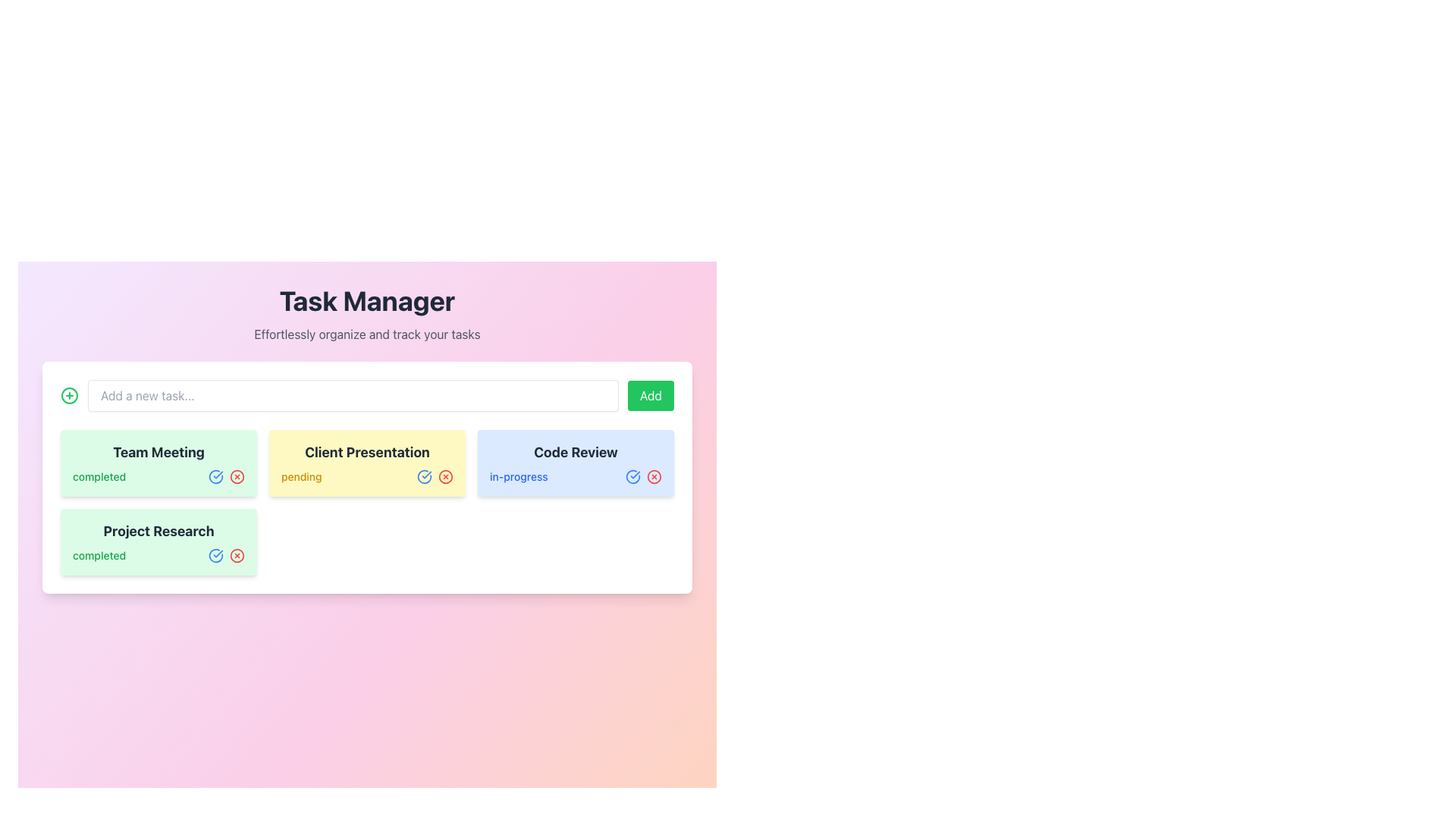 Image resolution: width=1456 pixels, height=819 pixels. Describe the element at coordinates (644, 475) in the screenshot. I see `the icon grouping (Action group) located to the right of the 'in-progress' label in the 'Code Review' task section` at that location.